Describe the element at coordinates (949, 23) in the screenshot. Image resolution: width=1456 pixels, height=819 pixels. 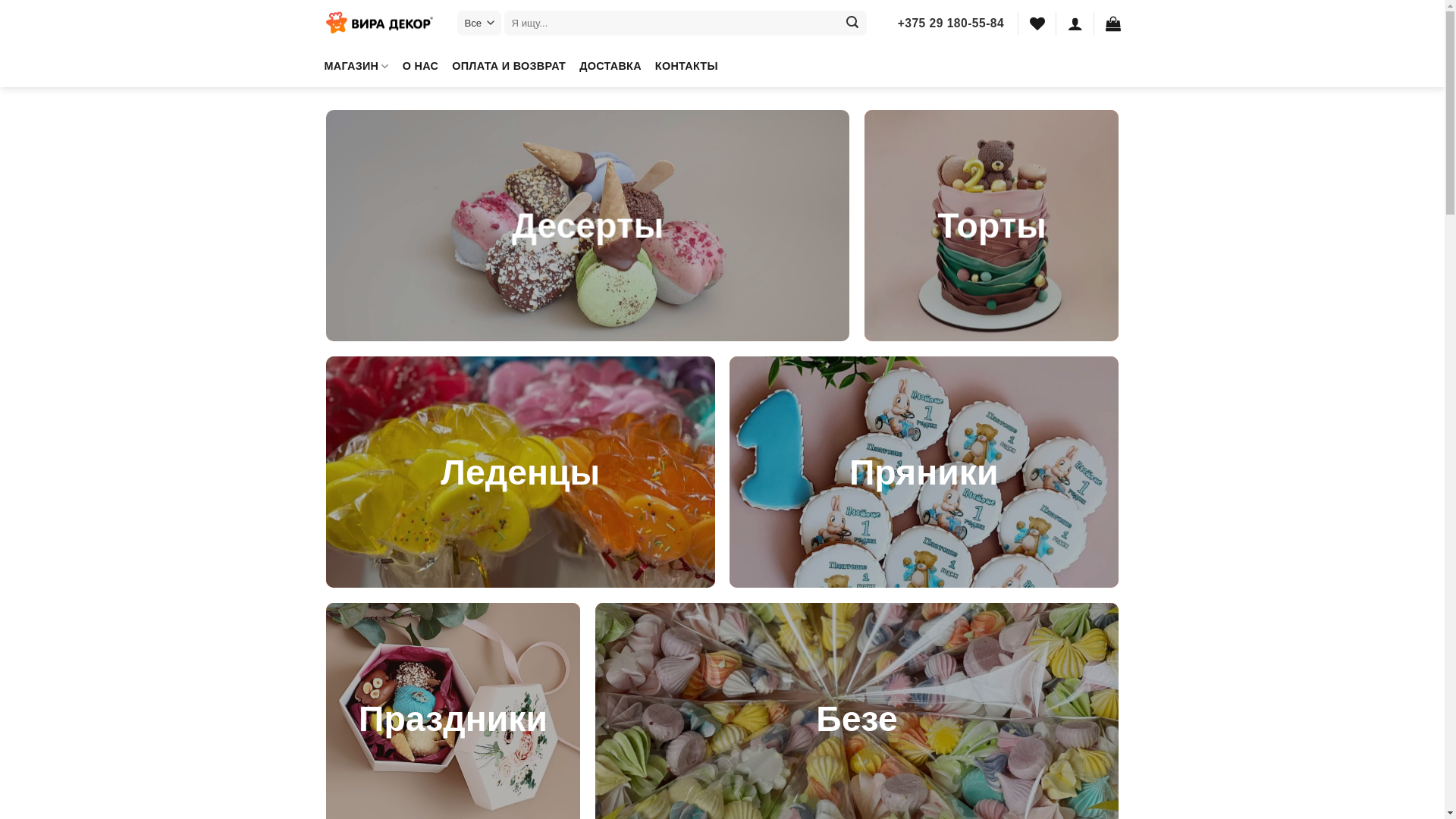
I see `'+375 29 180-55-84'` at that location.